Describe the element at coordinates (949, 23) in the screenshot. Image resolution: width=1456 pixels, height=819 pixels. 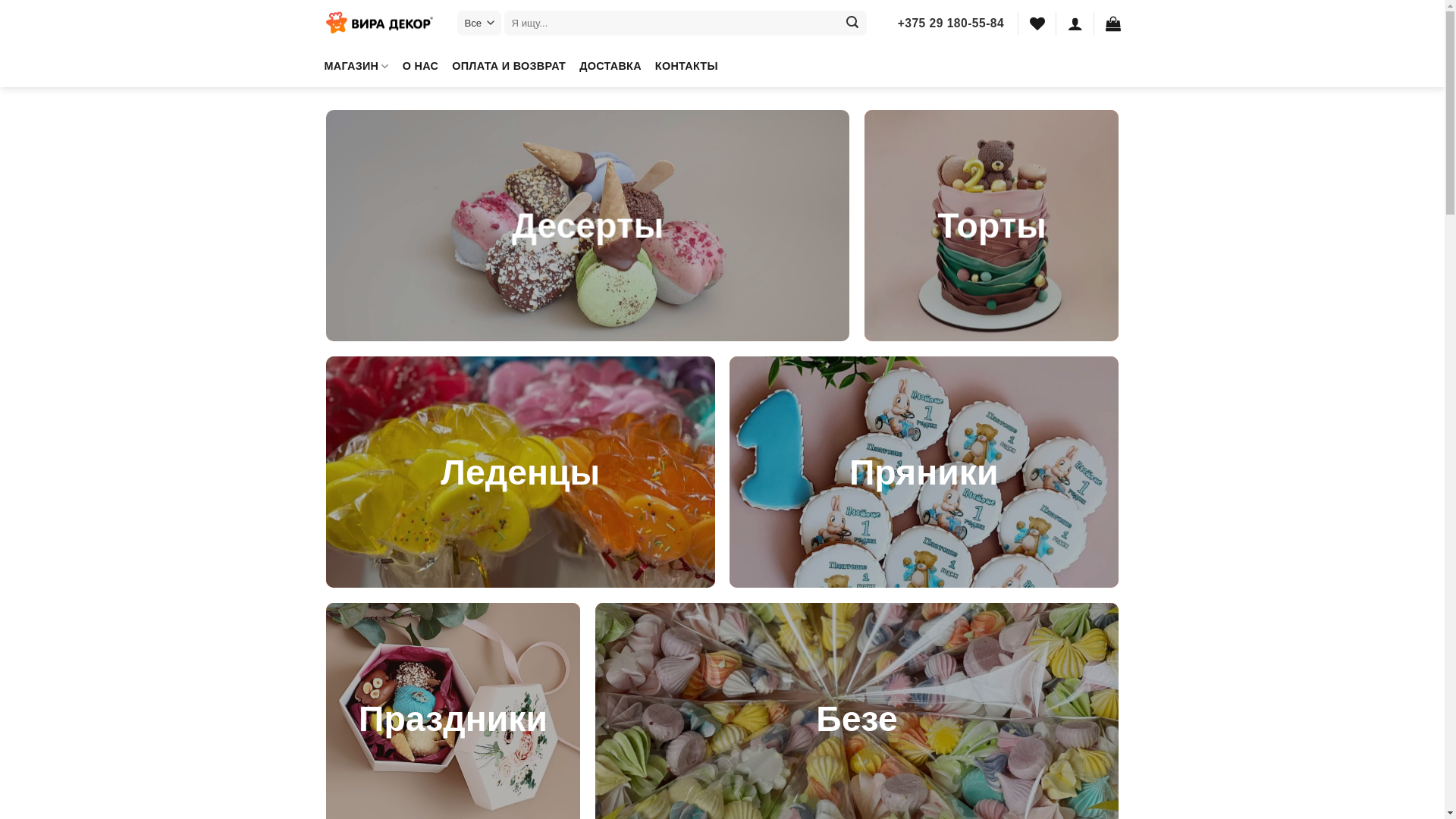
I see `'+375 29 180-55-84'` at that location.